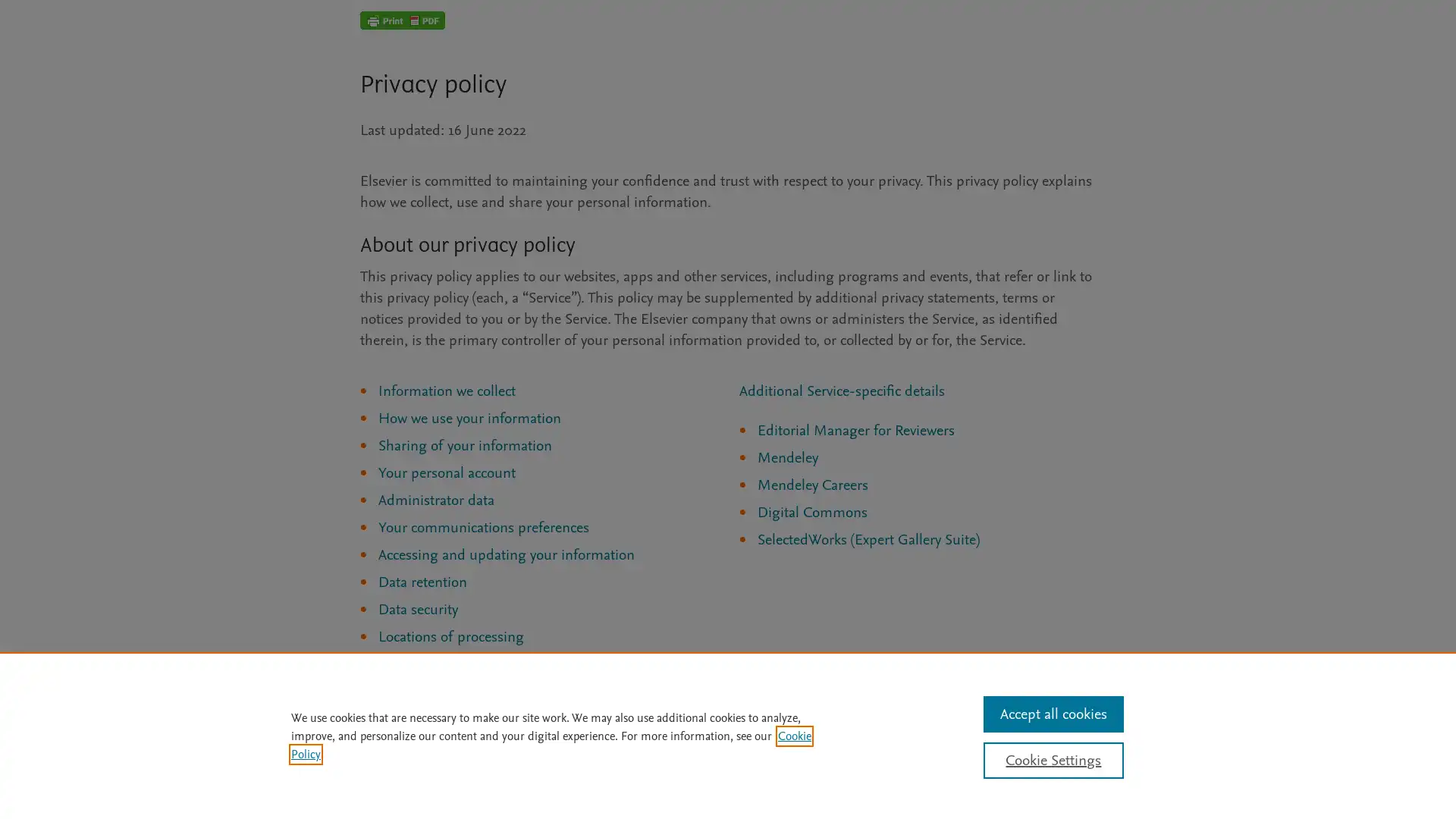 This screenshot has width=1456, height=819. What do you see at coordinates (1052, 760) in the screenshot?
I see `Cookie Settings` at bounding box center [1052, 760].